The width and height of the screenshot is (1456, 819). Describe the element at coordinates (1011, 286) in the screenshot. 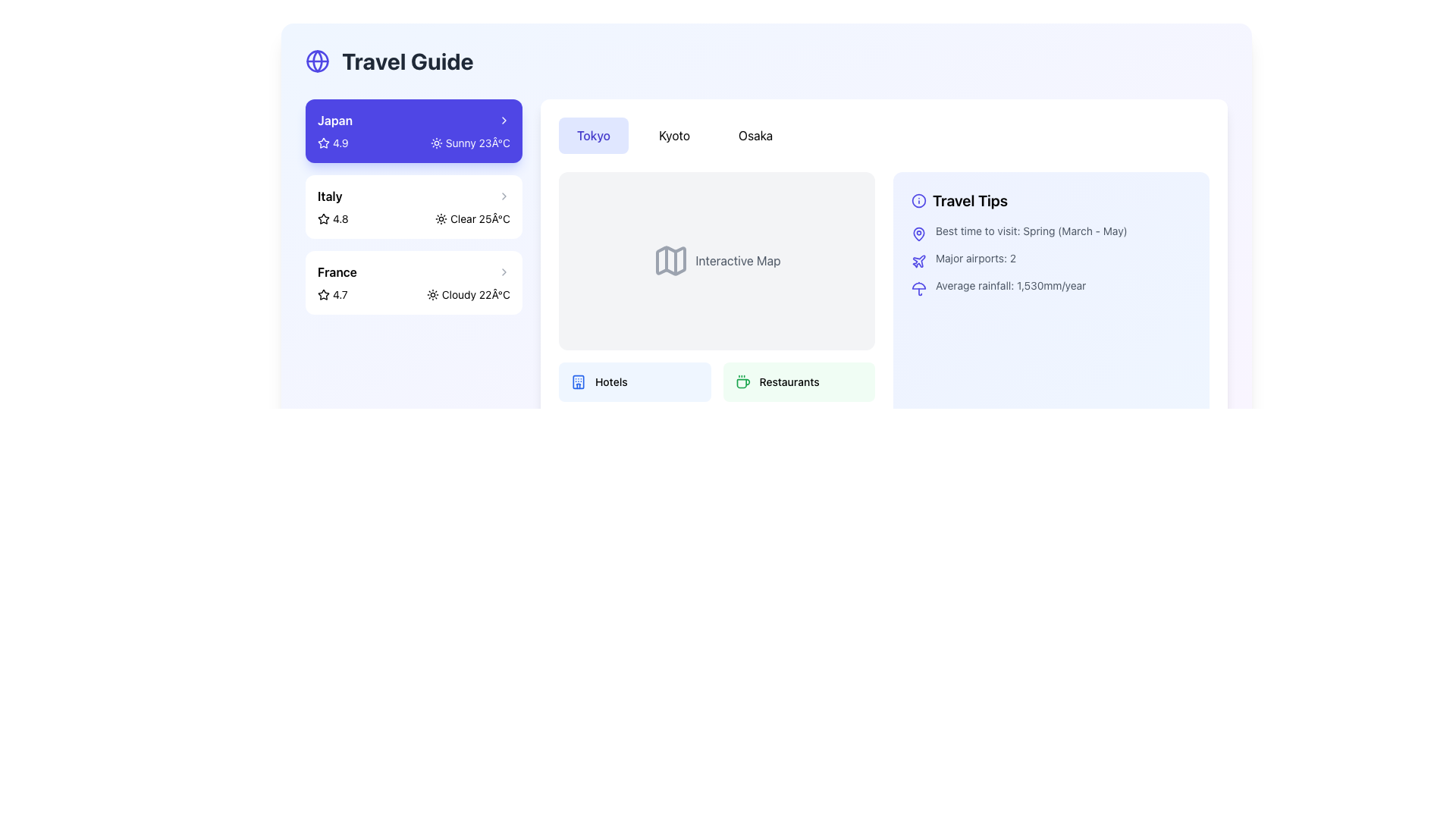

I see `the text label displaying 'Average rainfall: 1,530mm/year' located at the bottom of the 'Travel Tips' section, directly to the right of the umbrella icon` at that location.